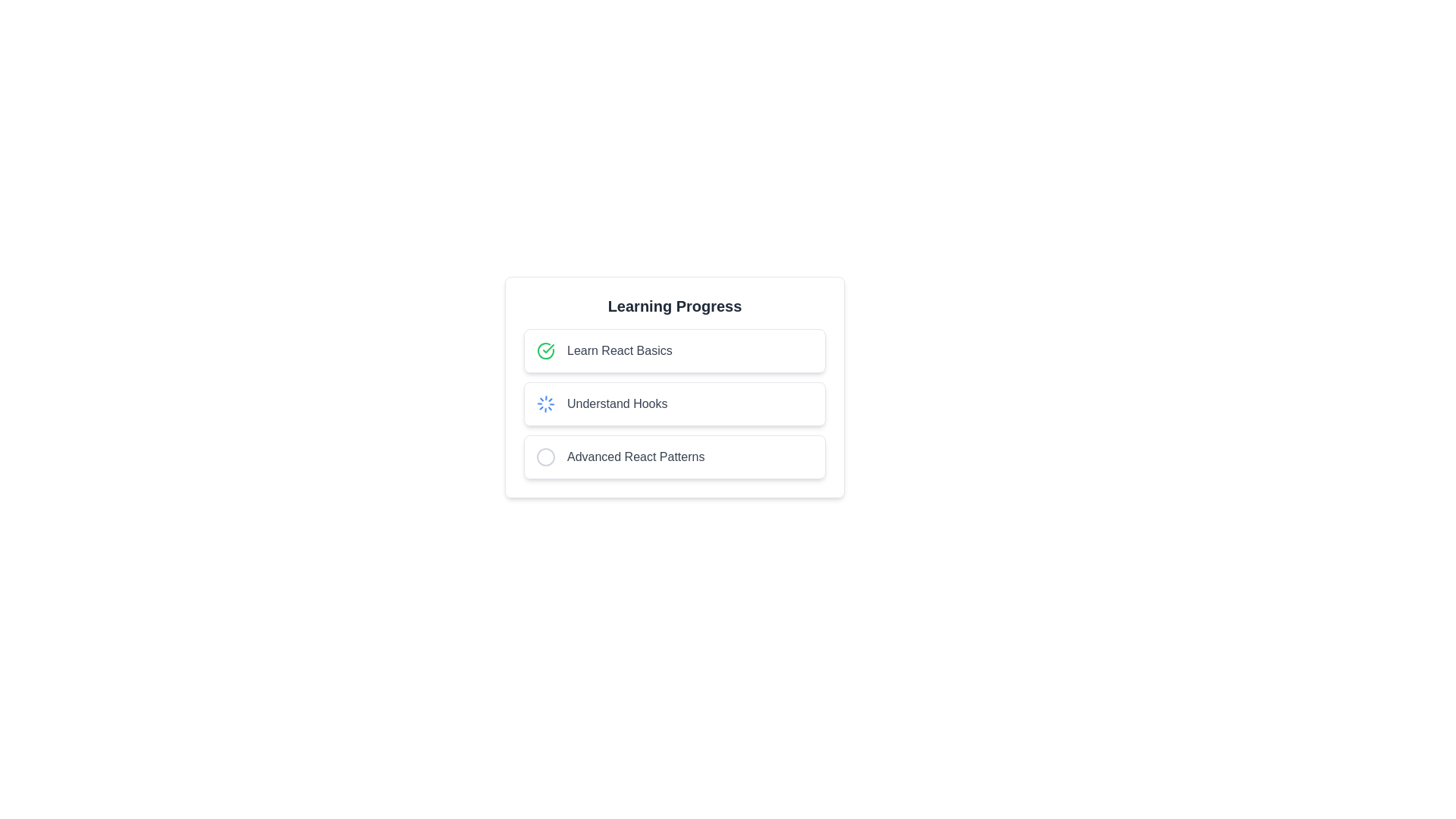 The width and height of the screenshot is (1456, 819). I want to click on the green circular icon with a checkmark located on the left side of the list item labeled 'Learn React Basics' in the 'Learning Progress' section, so click(546, 350).